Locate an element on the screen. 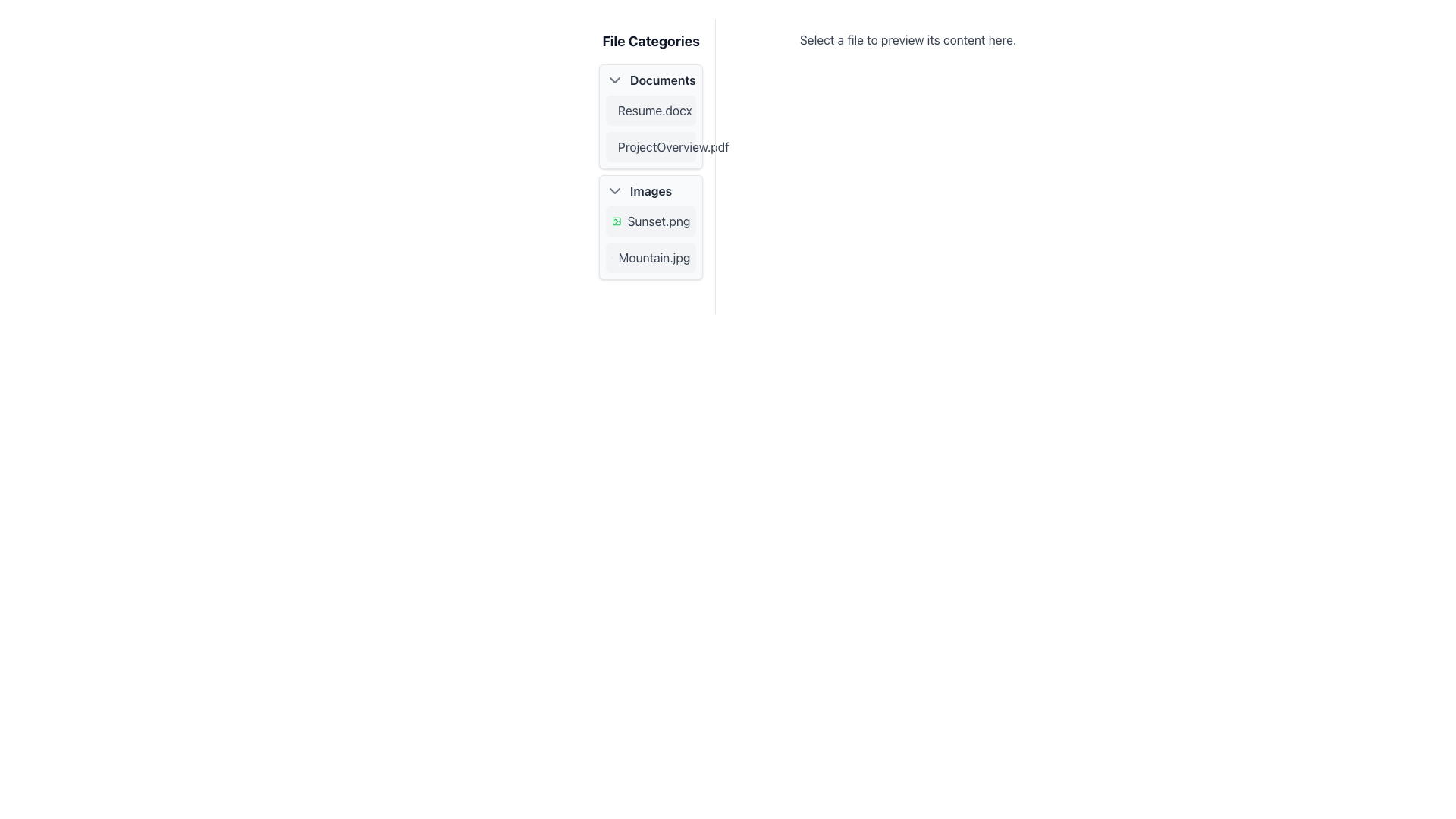 Image resolution: width=1456 pixels, height=819 pixels. the list item containing the filenames 'Sunset.png' and 'Mountain.jpg' in the 'Images' section is located at coordinates (651, 239).